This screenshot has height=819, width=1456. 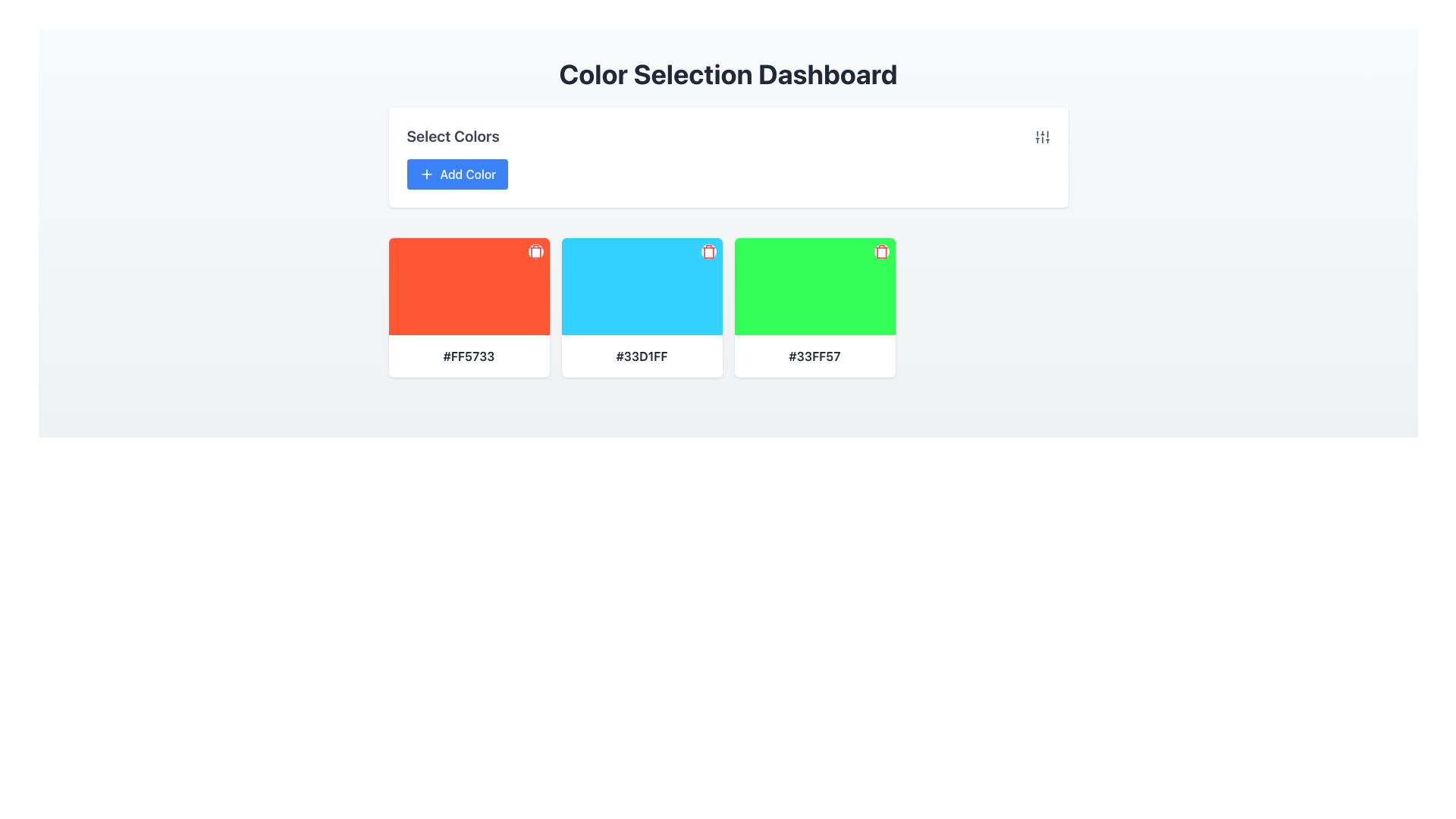 What do you see at coordinates (1041, 136) in the screenshot?
I see `the Icon button located in the top-right corner of the 'Select Colors' section header` at bounding box center [1041, 136].